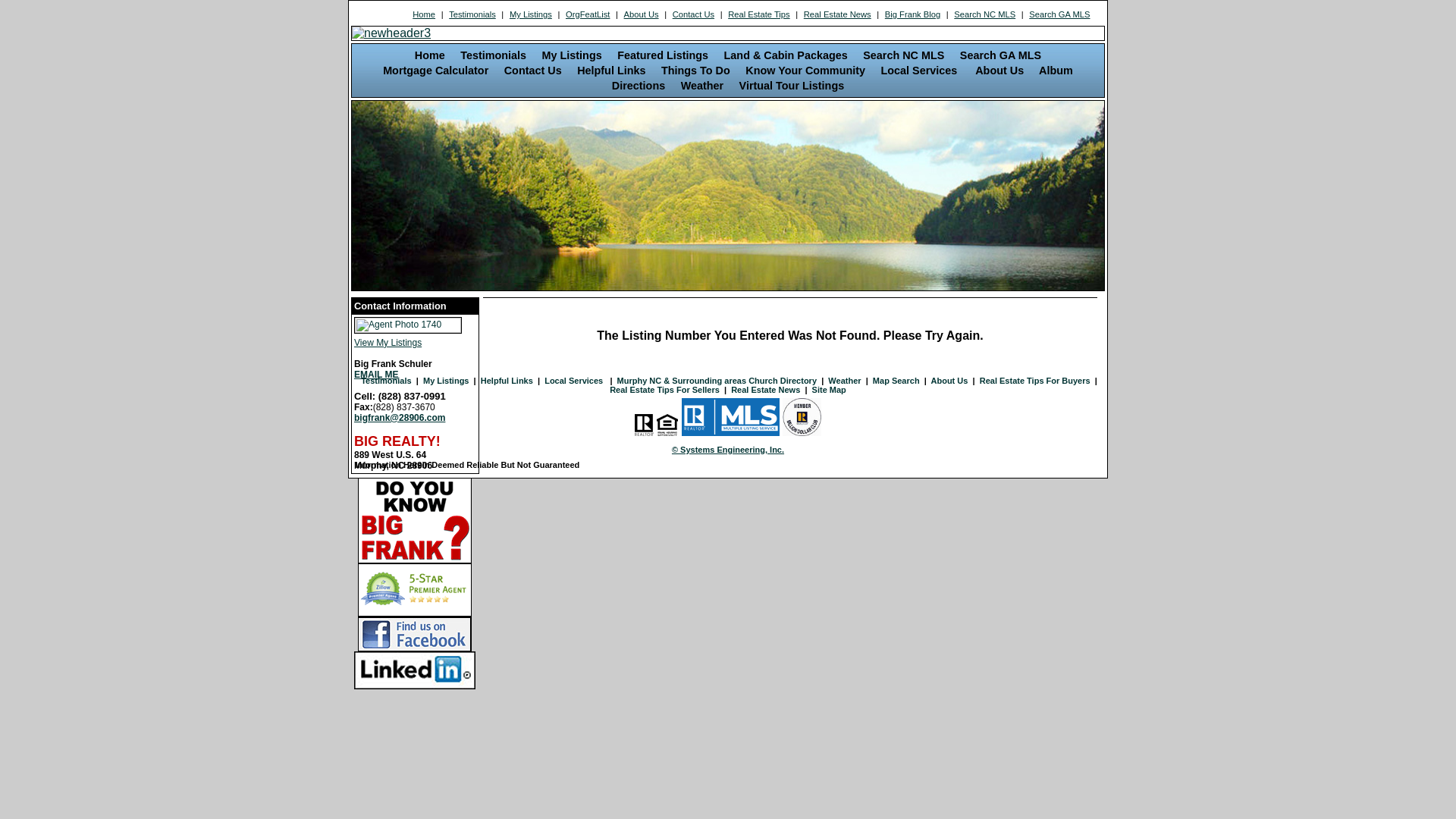 This screenshot has height=819, width=1456. What do you see at coordinates (836, 14) in the screenshot?
I see `'Real Estate News'` at bounding box center [836, 14].